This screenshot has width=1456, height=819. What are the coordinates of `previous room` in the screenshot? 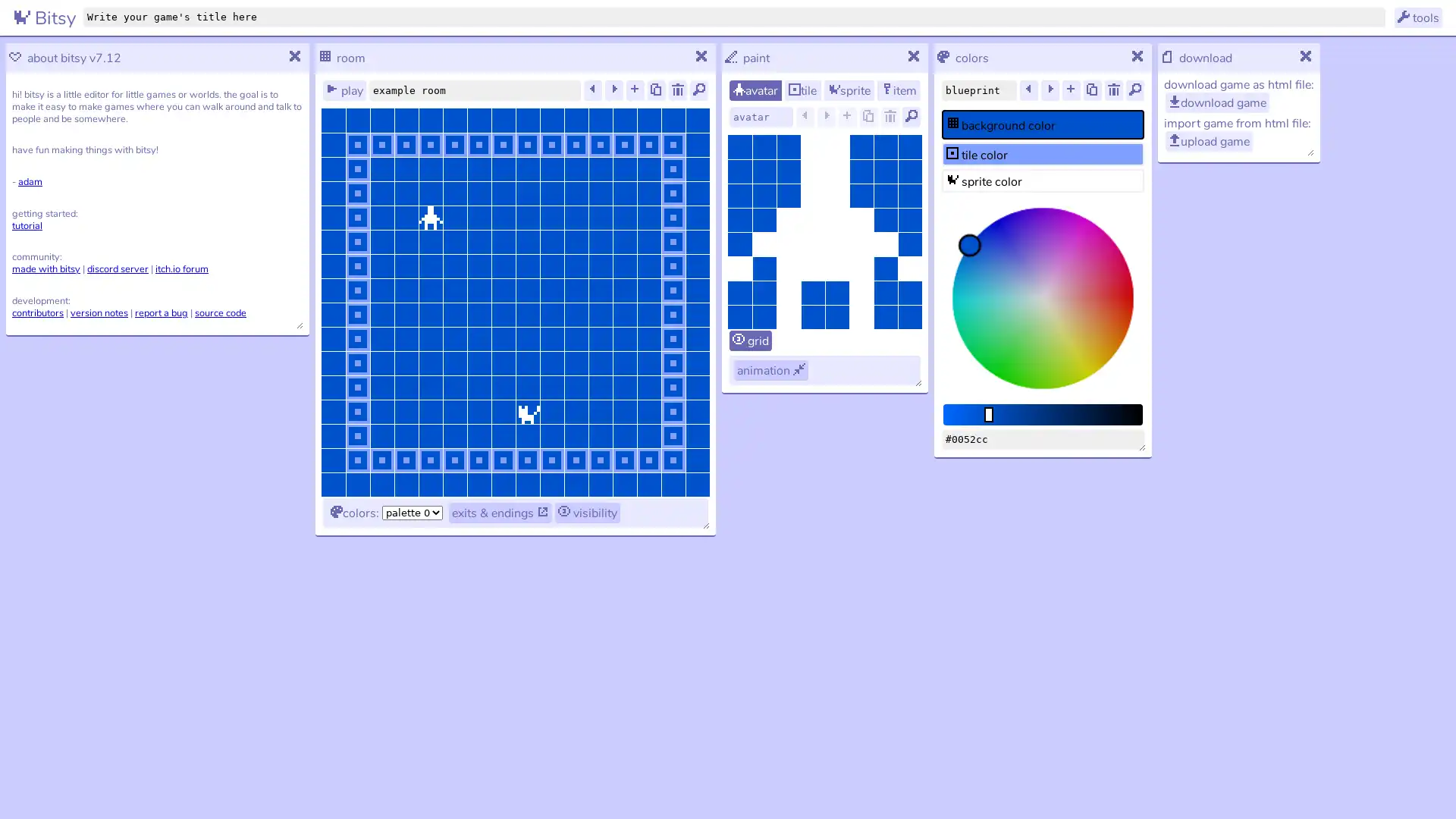 It's located at (592, 90).